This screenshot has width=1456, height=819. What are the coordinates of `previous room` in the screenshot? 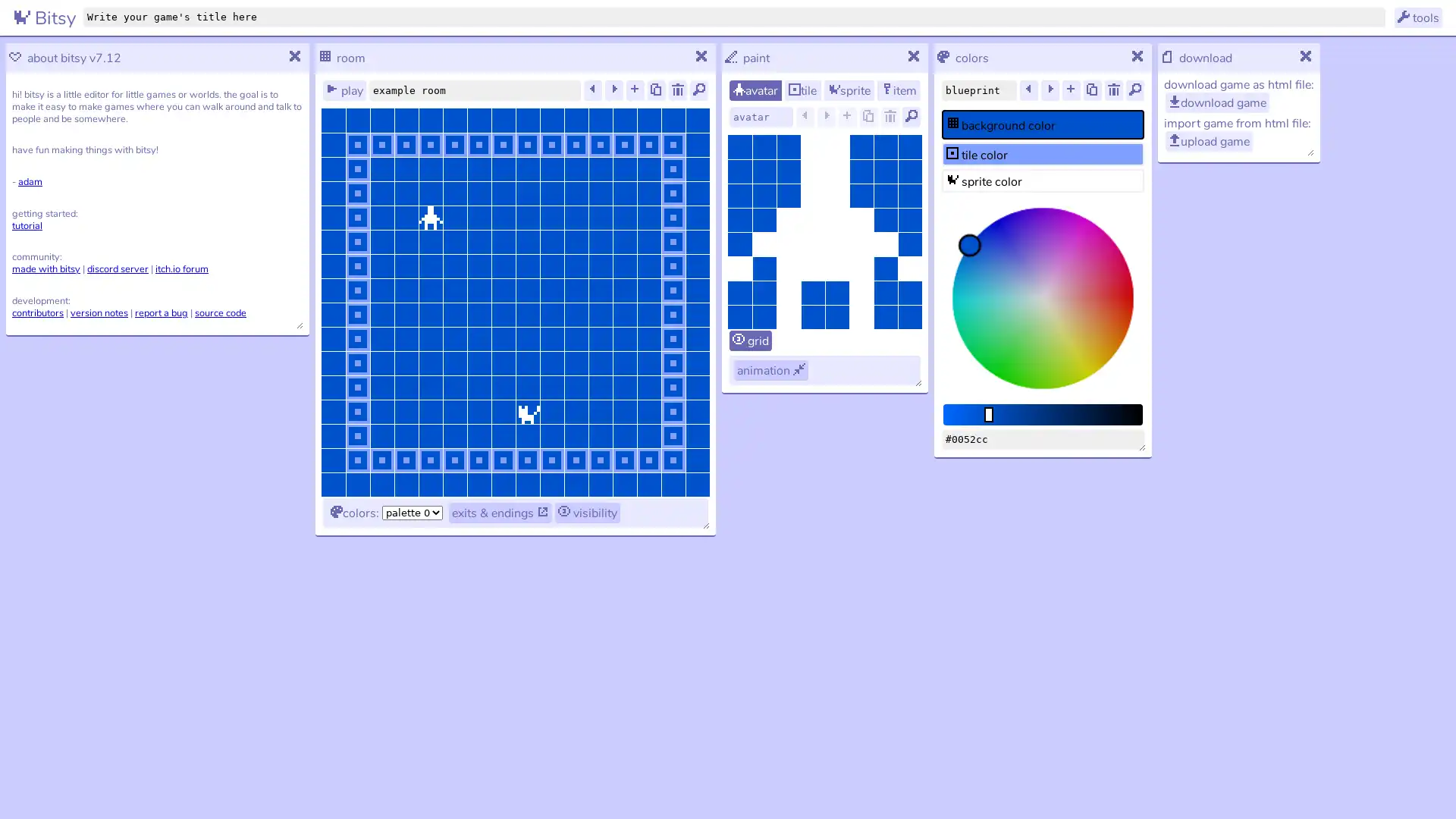 It's located at (592, 90).